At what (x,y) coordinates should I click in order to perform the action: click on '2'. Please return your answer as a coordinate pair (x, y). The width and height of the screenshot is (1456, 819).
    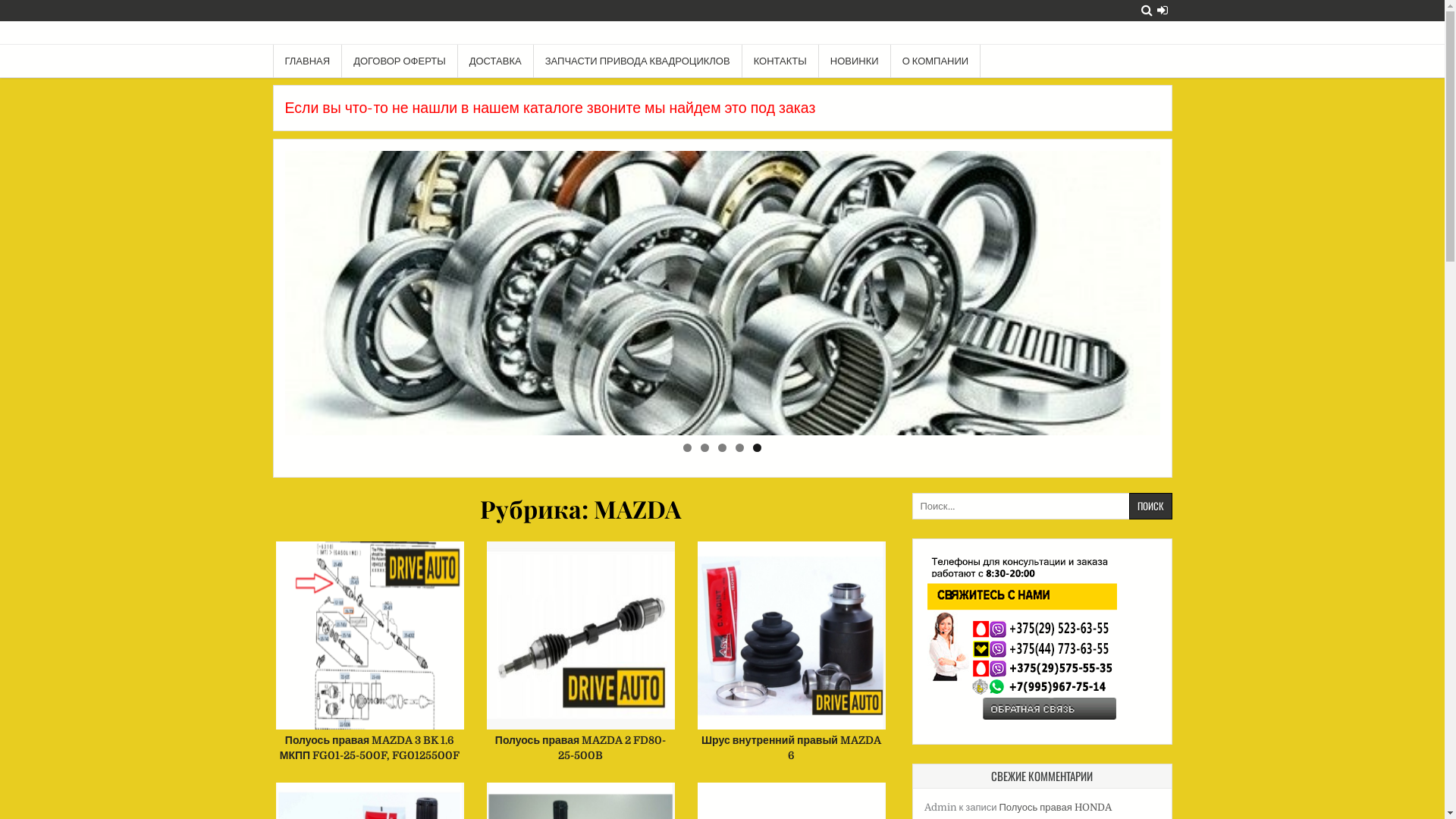
    Looking at the image, I should click on (704, 447).